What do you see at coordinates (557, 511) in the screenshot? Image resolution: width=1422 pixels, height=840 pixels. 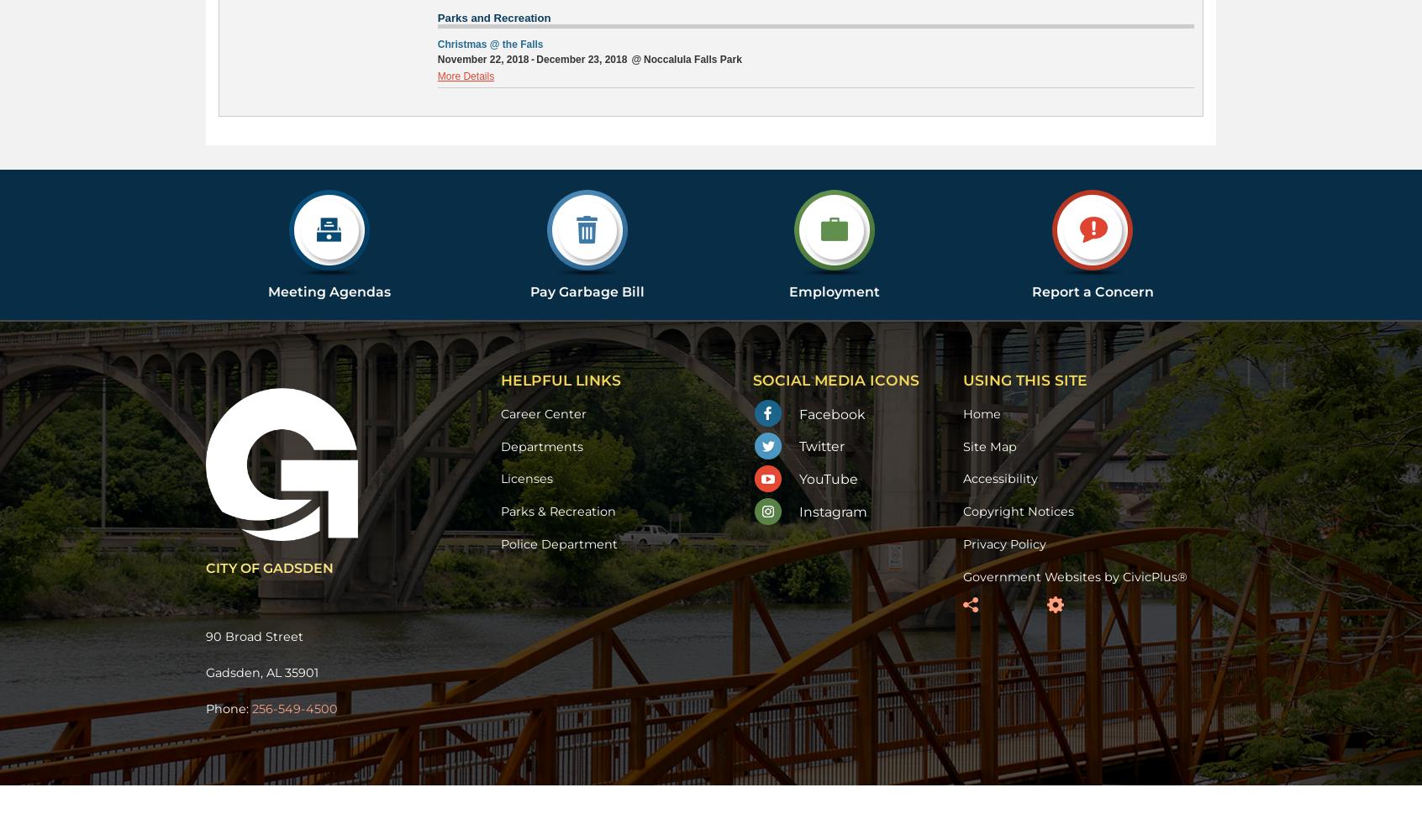 I see `'Parks & Recreation'` at bounding box center [557, 511].